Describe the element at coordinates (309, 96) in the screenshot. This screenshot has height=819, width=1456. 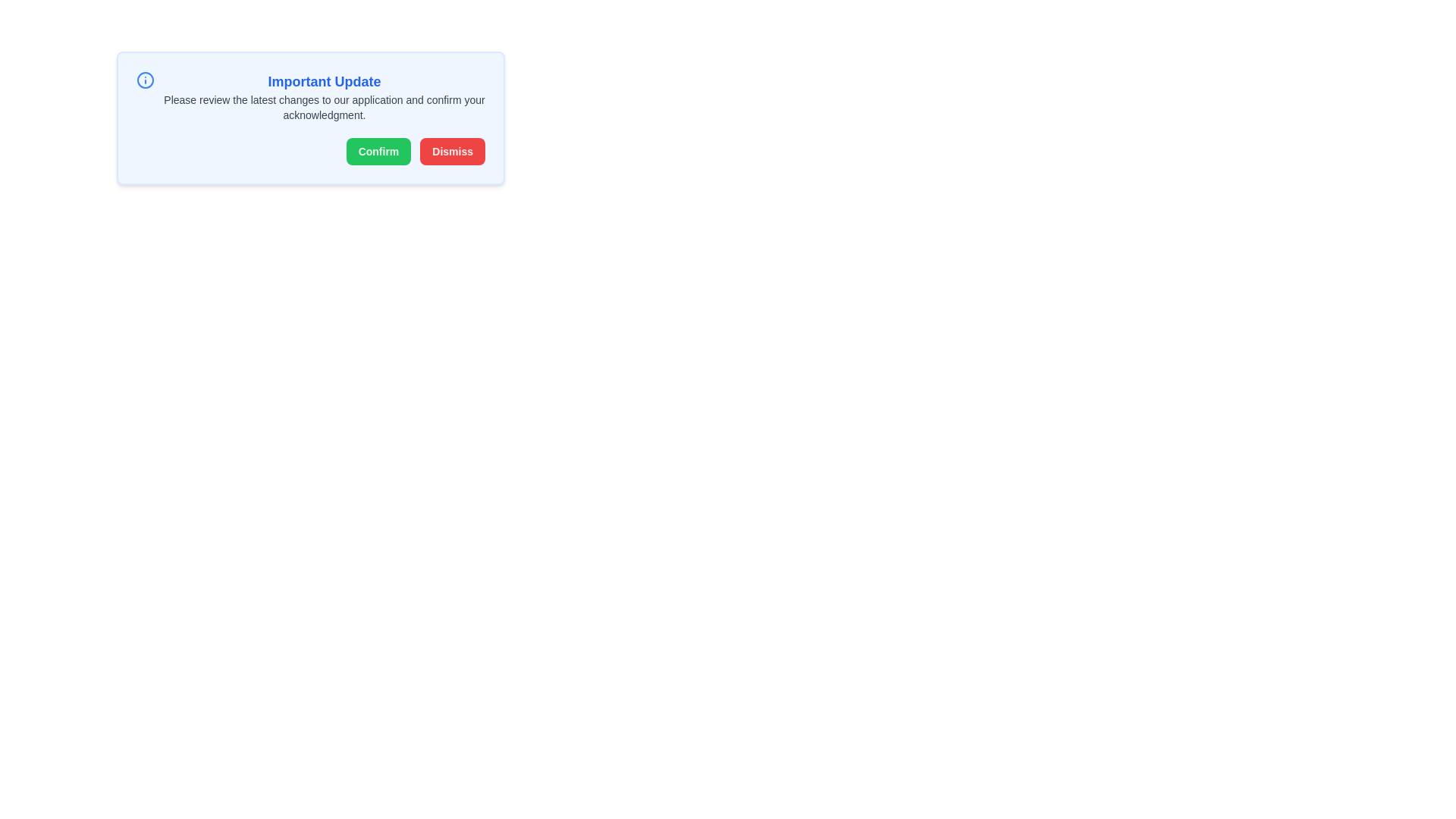
I see `text in the Information block located in the header section of the notification box above the 'Confirm' and 'Dismiss' buttons` at that location.